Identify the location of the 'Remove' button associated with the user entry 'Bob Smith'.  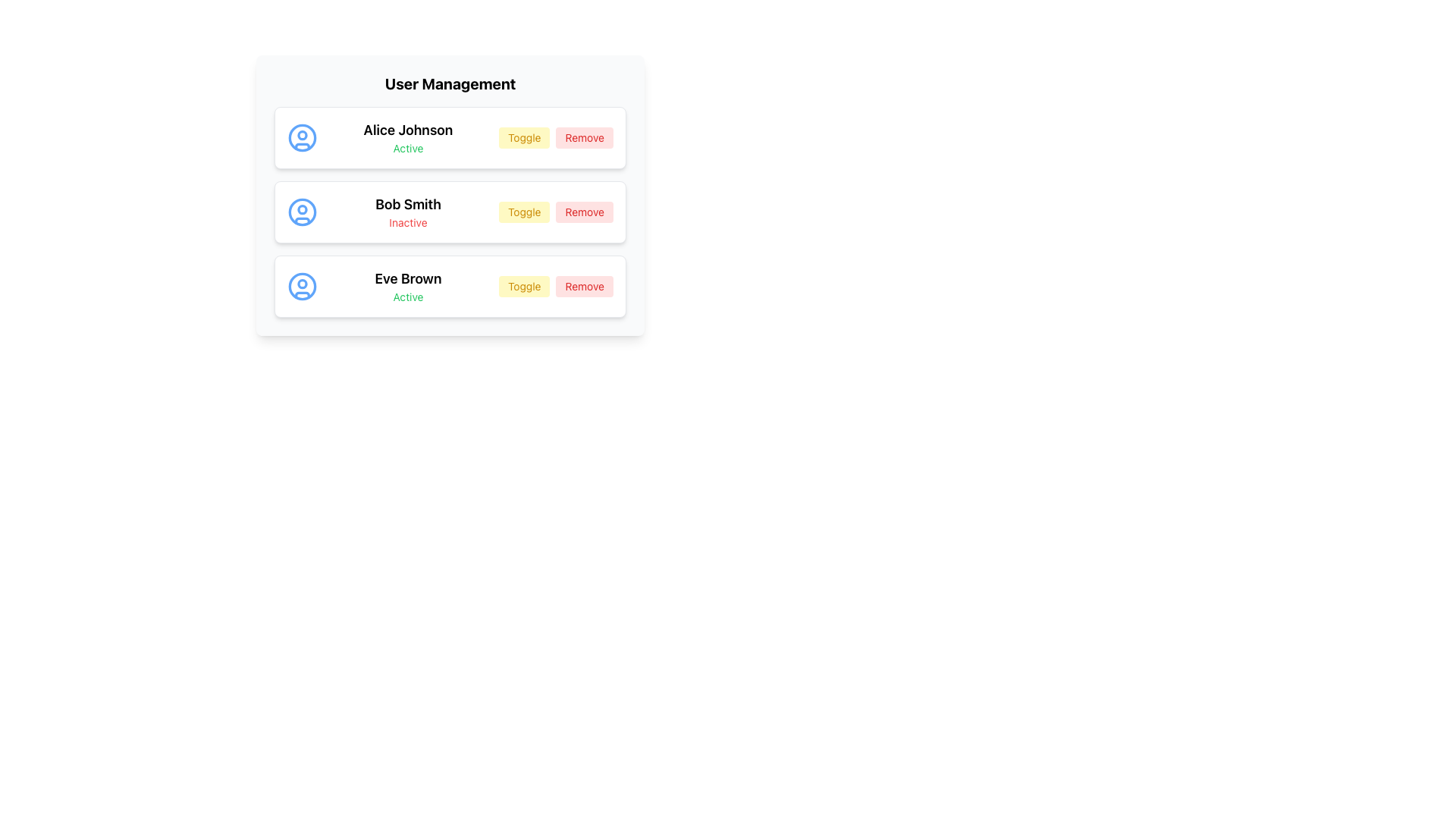
(584, 212).